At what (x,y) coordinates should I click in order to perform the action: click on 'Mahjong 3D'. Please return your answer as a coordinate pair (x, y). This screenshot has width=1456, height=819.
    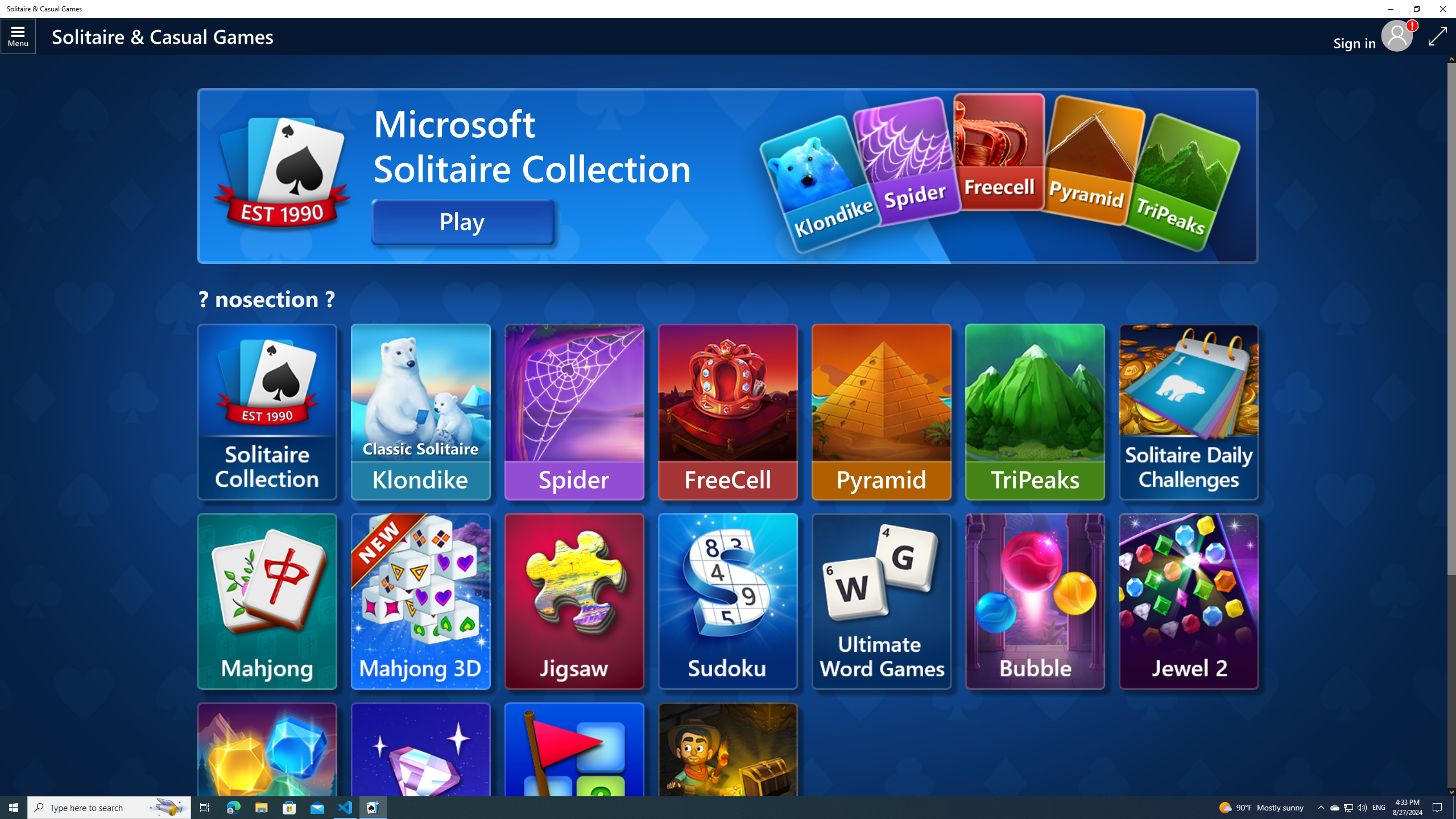
    Looking at the image, I should click on (420, 601).